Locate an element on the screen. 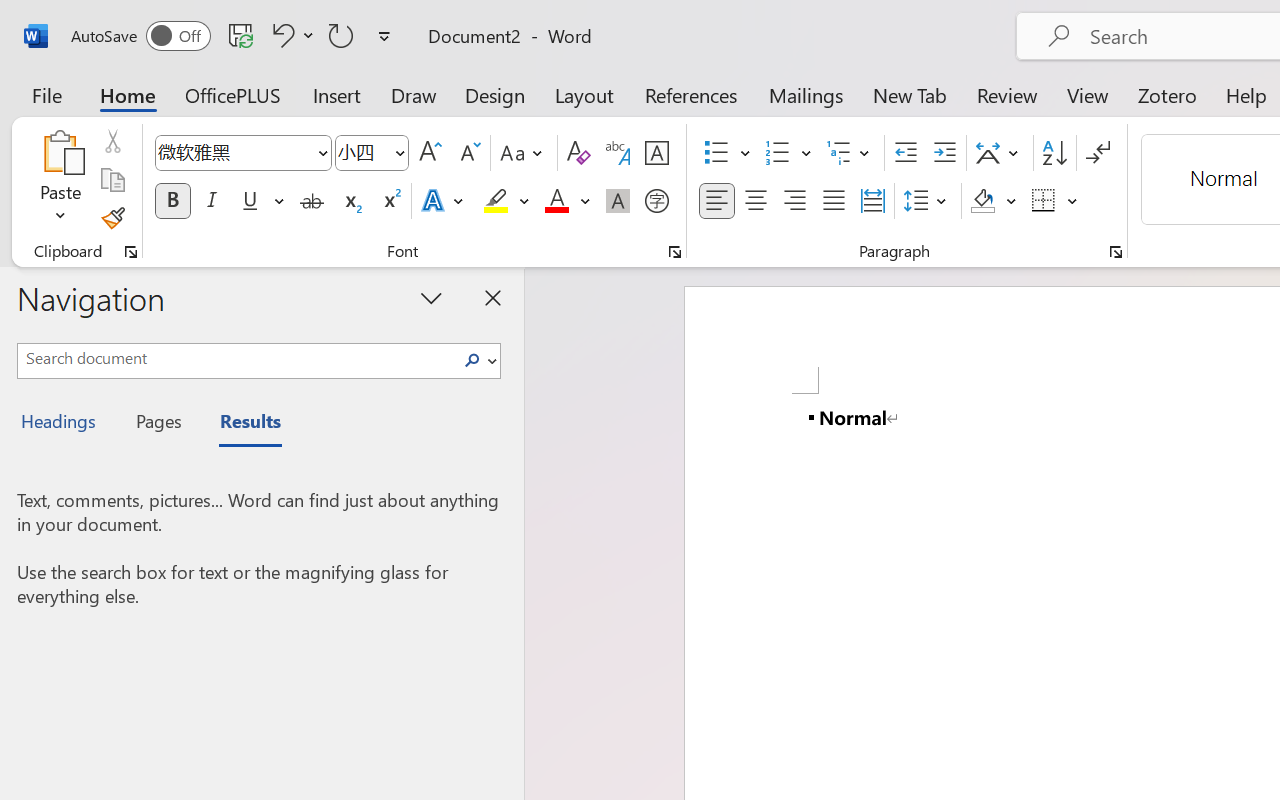  'Insert' is located at coordinates (337, 94).